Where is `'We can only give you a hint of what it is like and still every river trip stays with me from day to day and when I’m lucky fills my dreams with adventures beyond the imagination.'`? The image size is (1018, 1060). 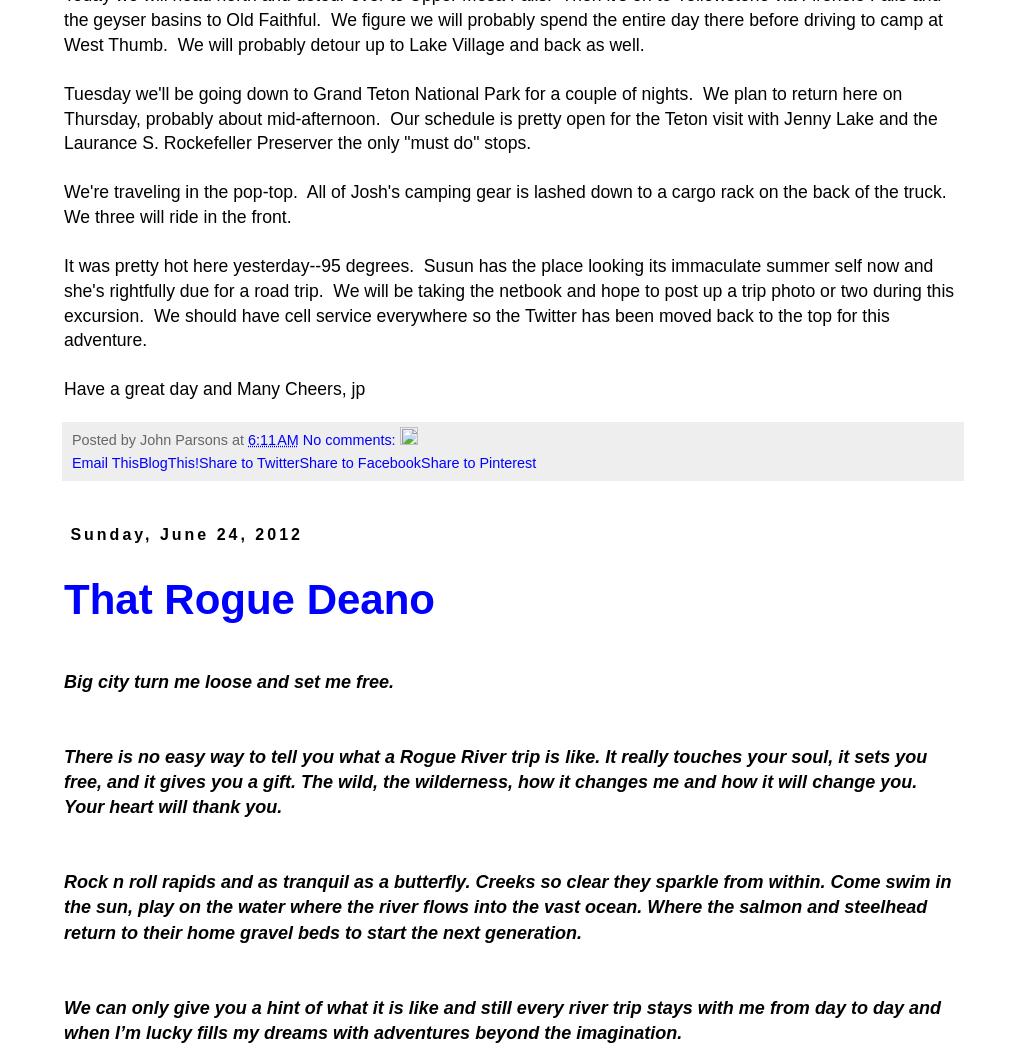 'We can only give you a hint of what it is like and still every river trip stays with me from day to day and when I’m lucky fills my dreams with adventures beyond the imagination.' is located at coordinates (64, 1018).